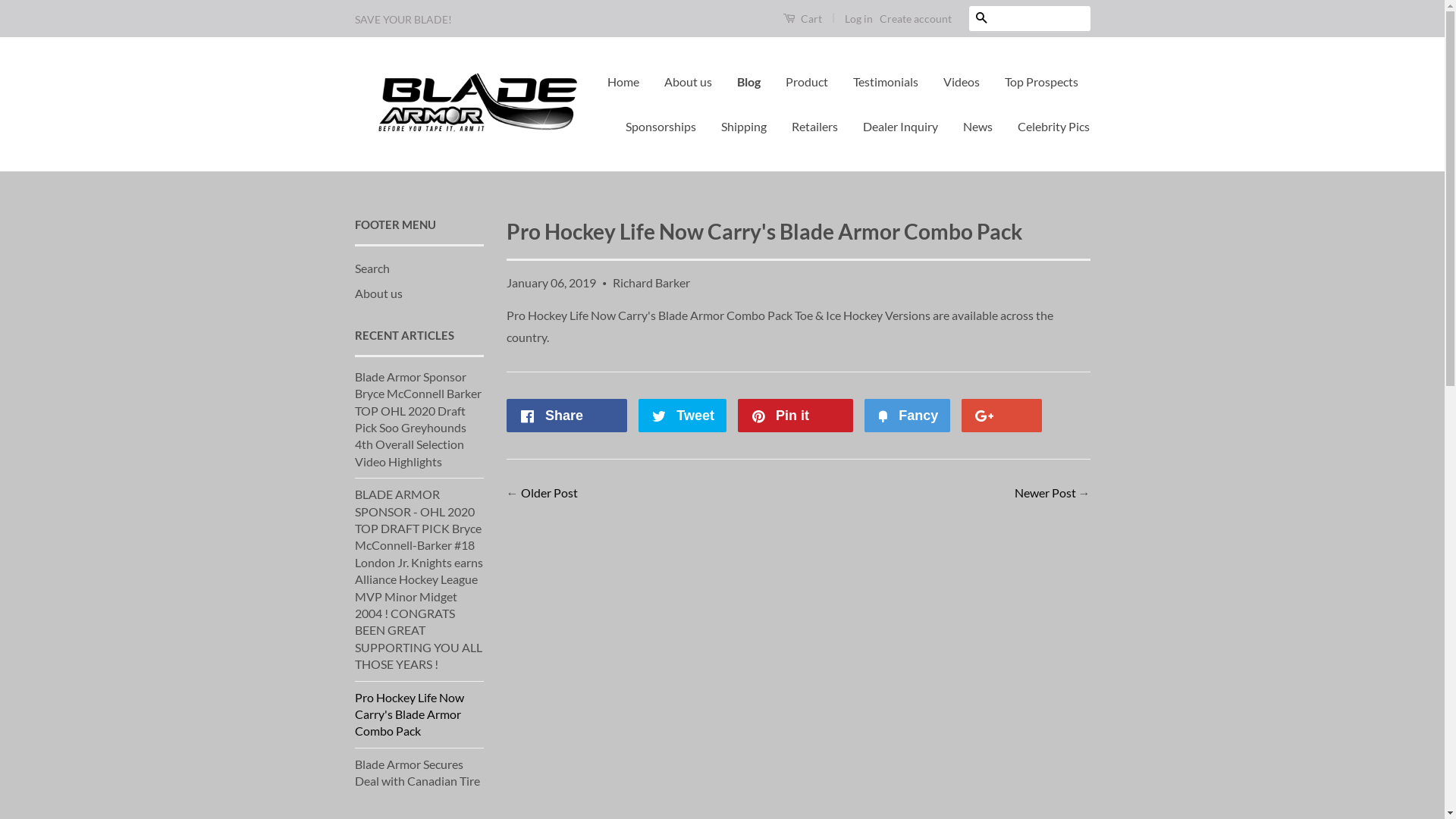 This screenshot has height=819, width=1456. Describe the element at coordinates (907, 415) in the screenshot. I see `'Fancy` at that location.